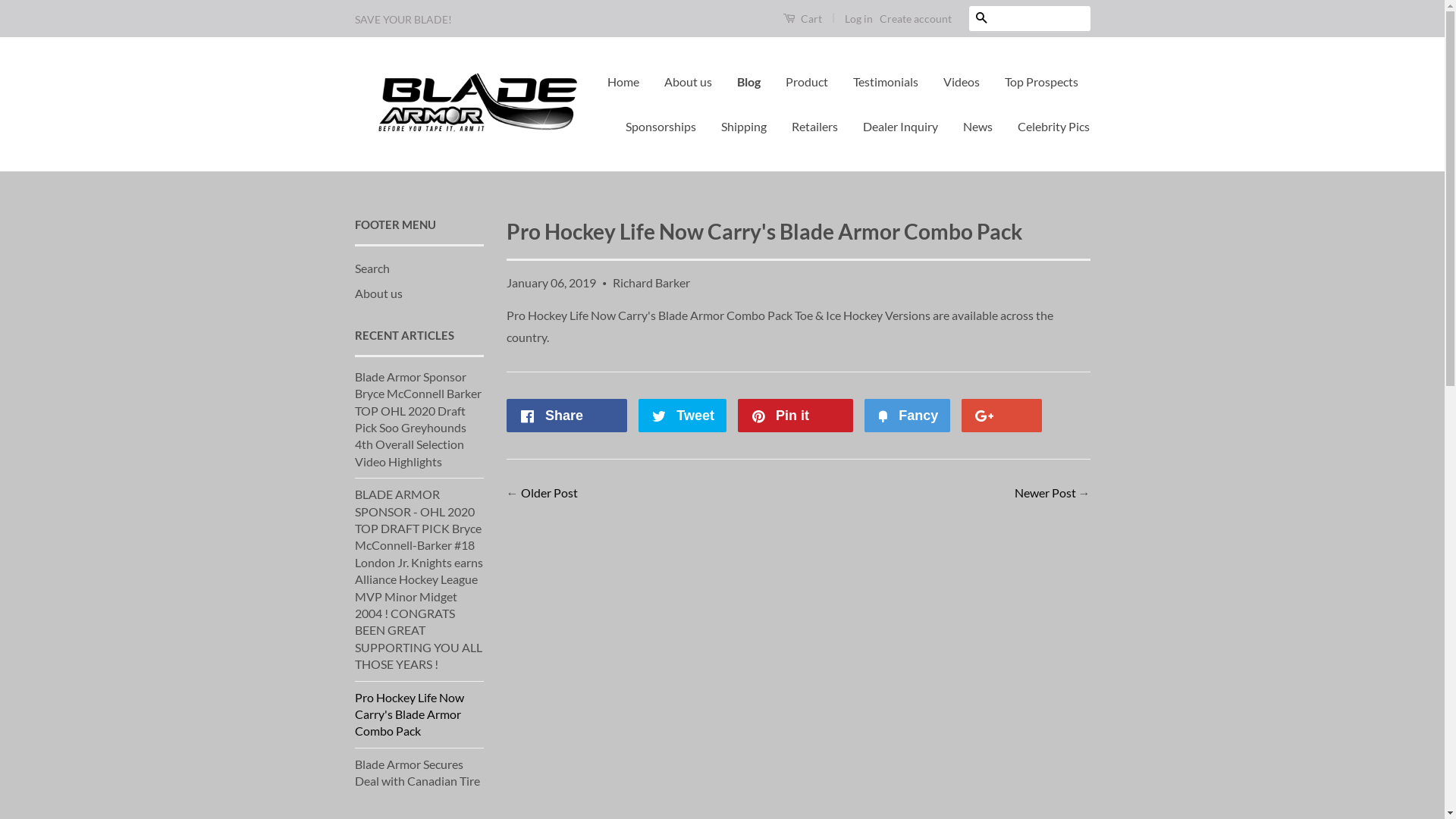 This screenshot has height=819, width=1456. Describe the element at coordinates (907, 415) in the screenshot. I see `'Fancy` at that location.